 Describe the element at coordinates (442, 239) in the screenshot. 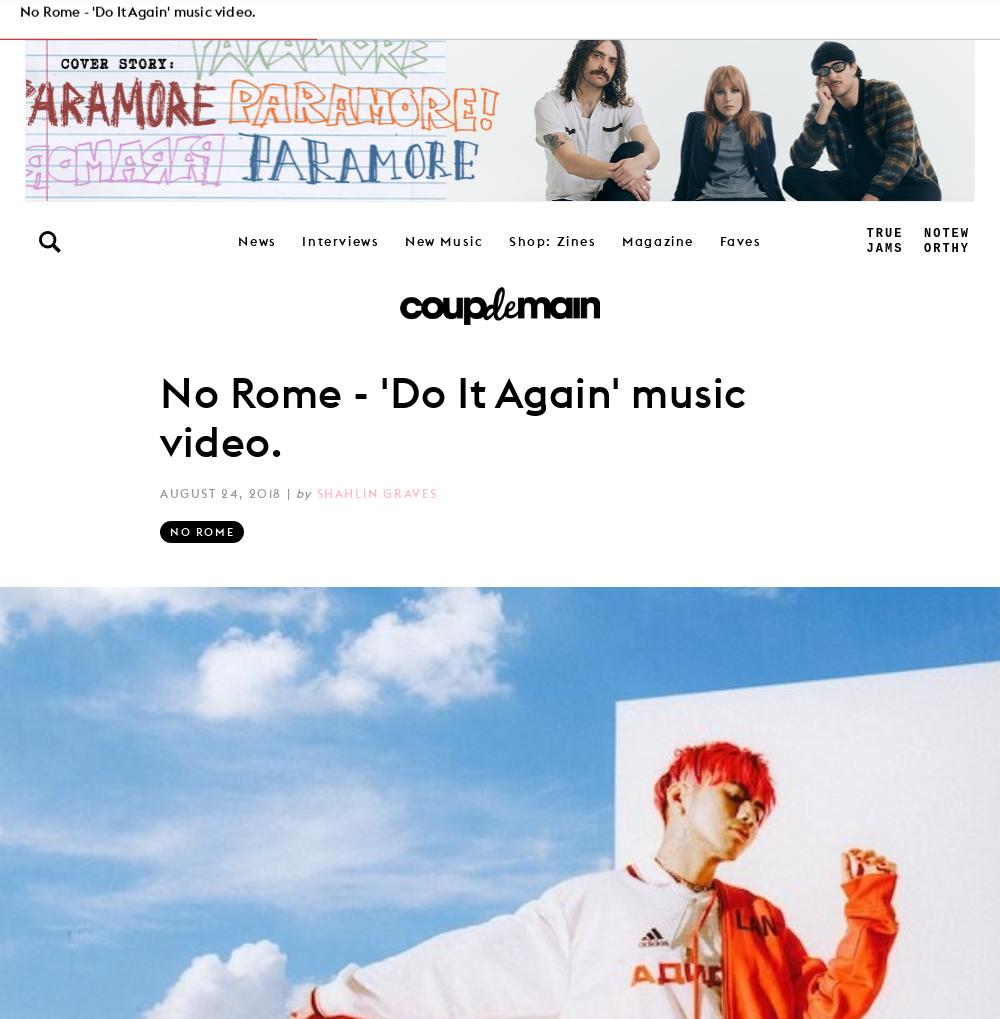

I see `'New Music'` at that location.